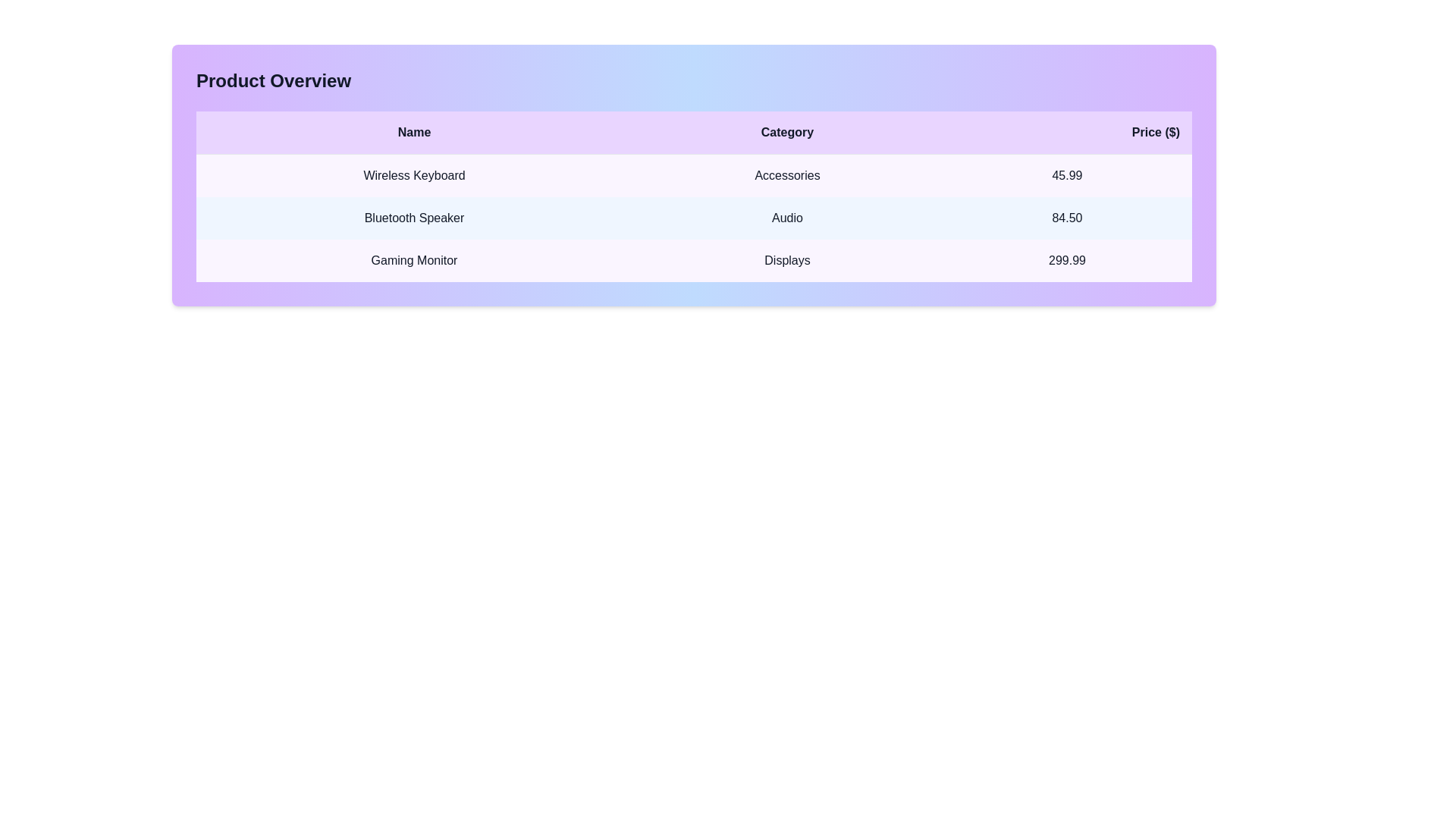 This screenshot has height=819, width=1456. I want to click on price value from the table cell located in the last column of the first data row under the 'Price ($)' header, positioned to the right of the 'Accessories' text, so click(1066, 174).